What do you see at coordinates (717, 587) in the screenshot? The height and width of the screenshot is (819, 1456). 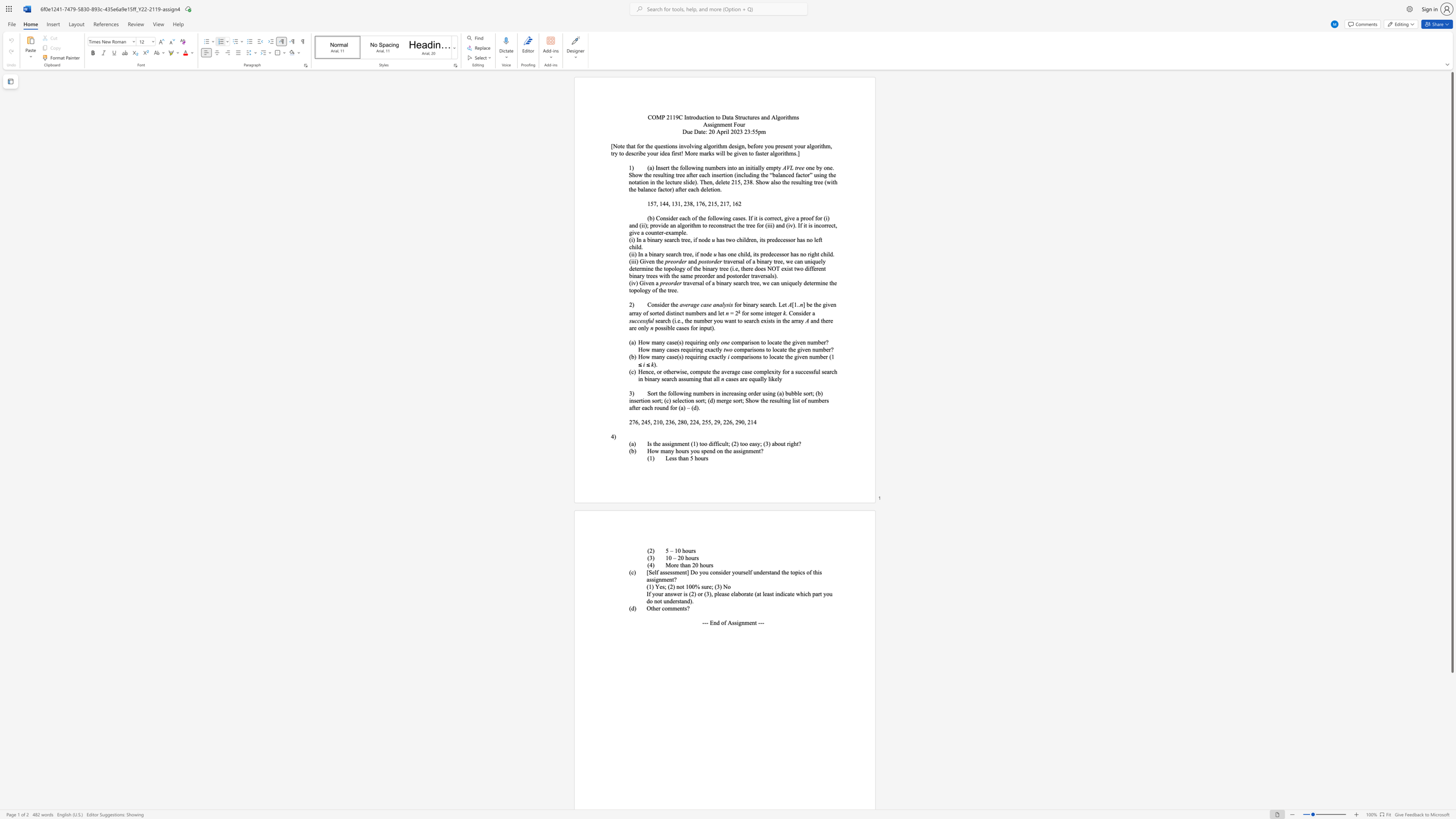 I see `the 1th character "3" in the text` at bounding box center [717, 587].